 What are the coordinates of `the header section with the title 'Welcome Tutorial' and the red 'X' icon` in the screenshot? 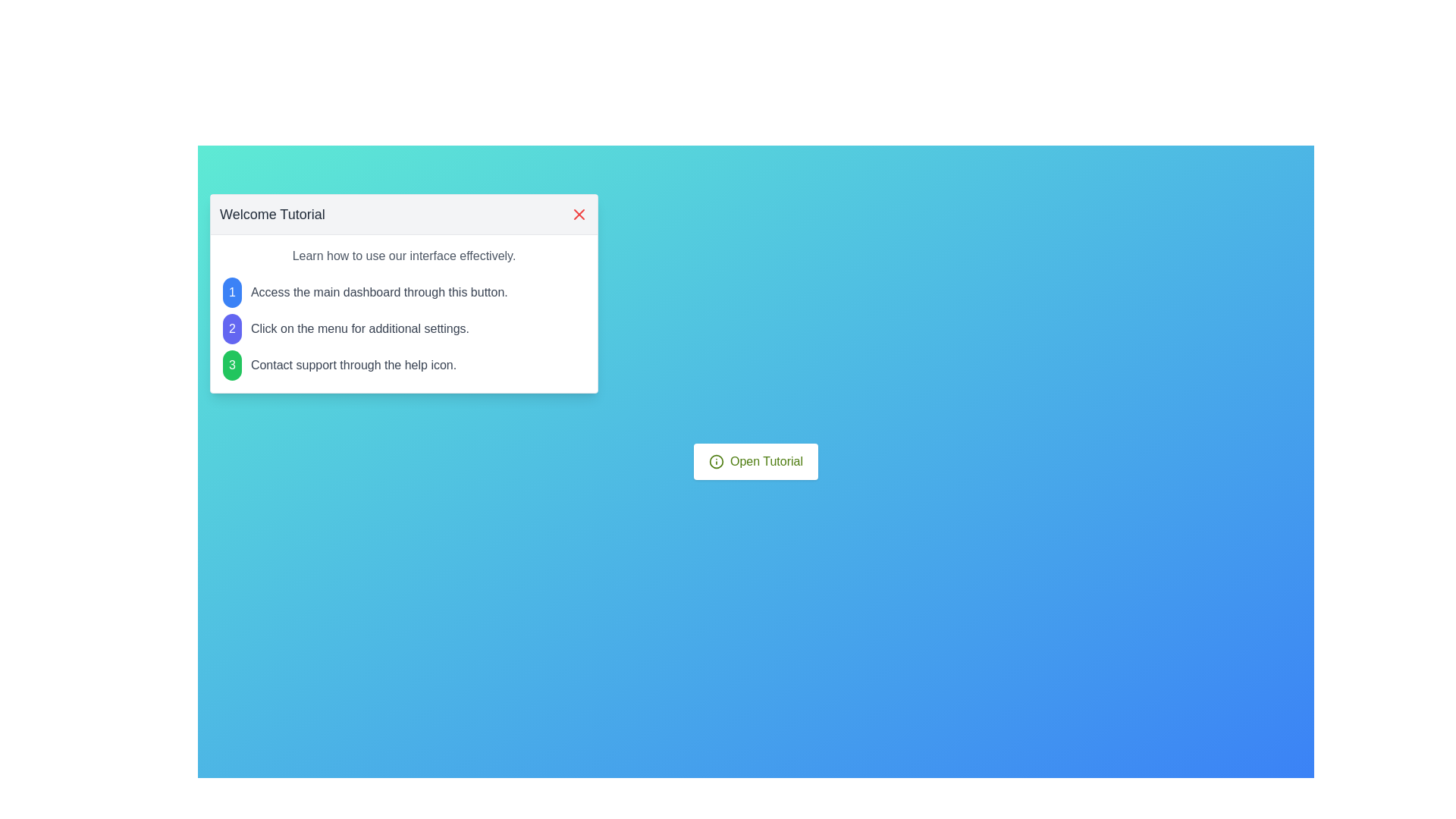 It's located at (403, 214).